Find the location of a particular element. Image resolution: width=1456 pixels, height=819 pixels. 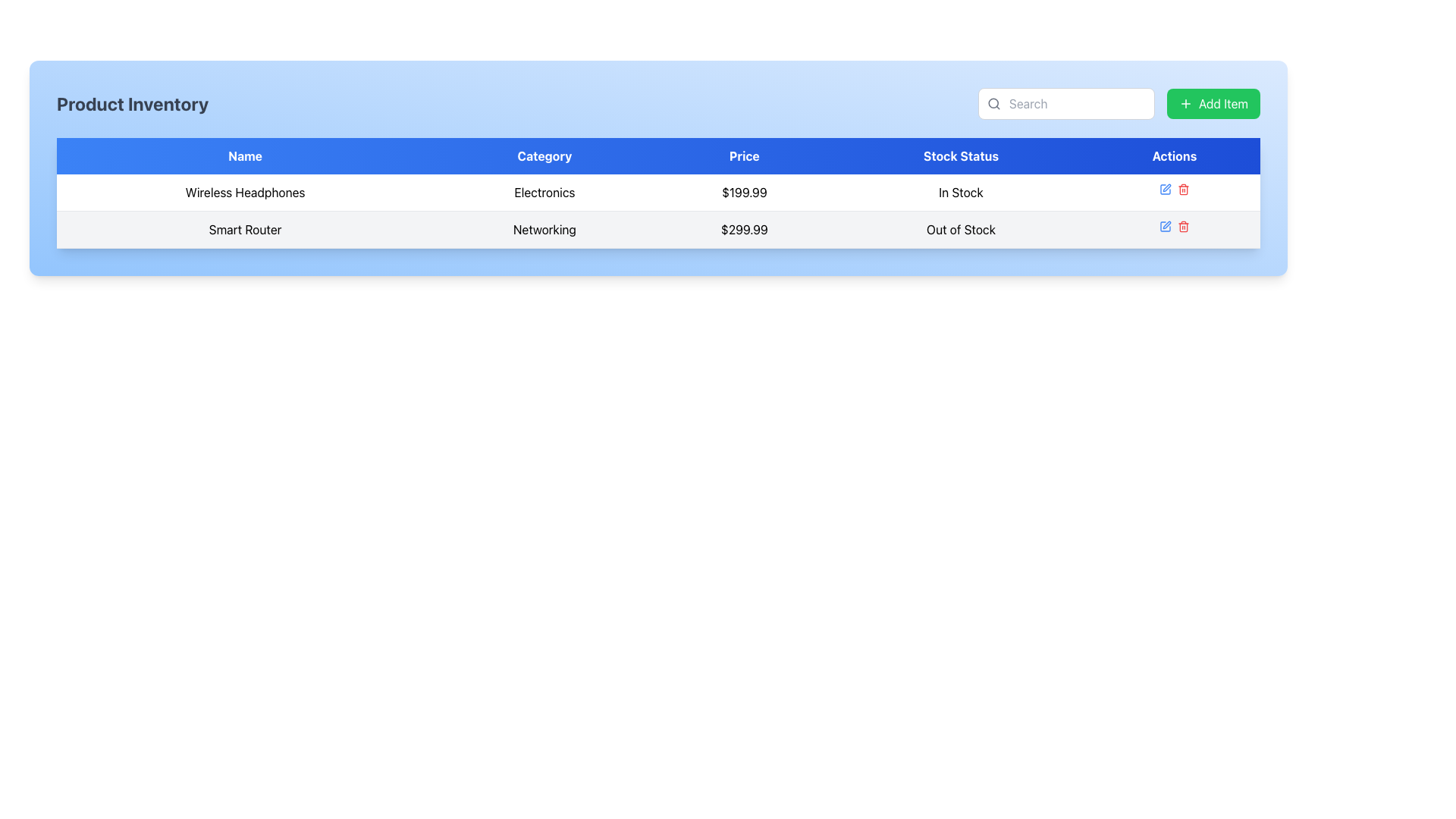

the static text header for the 'Category' column in the table, which is positioned between the 'Name' and 'Price' columns is located at coordinates (544, 155).